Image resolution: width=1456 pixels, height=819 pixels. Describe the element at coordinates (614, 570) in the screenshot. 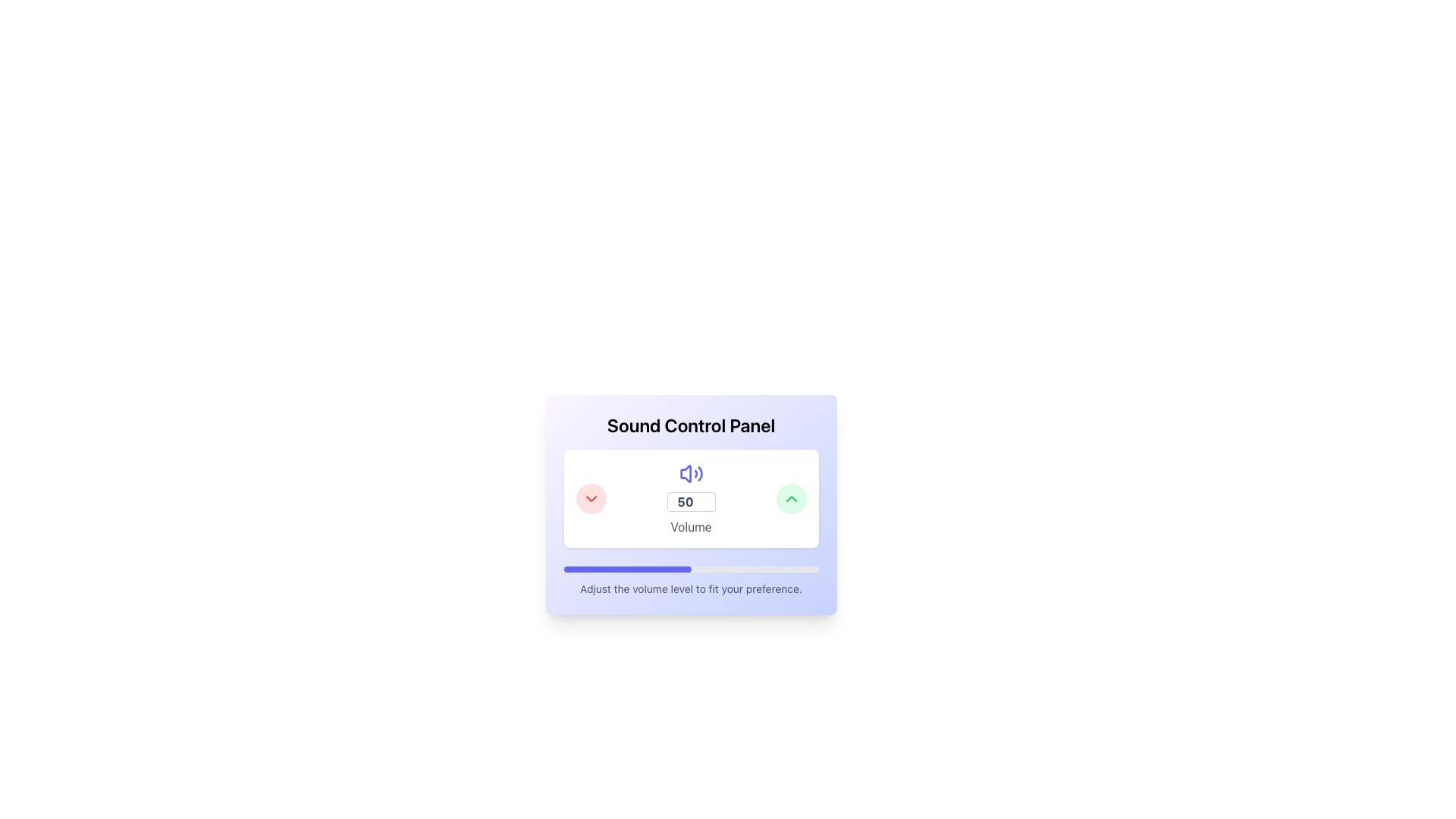

I see `the volume` at that location.